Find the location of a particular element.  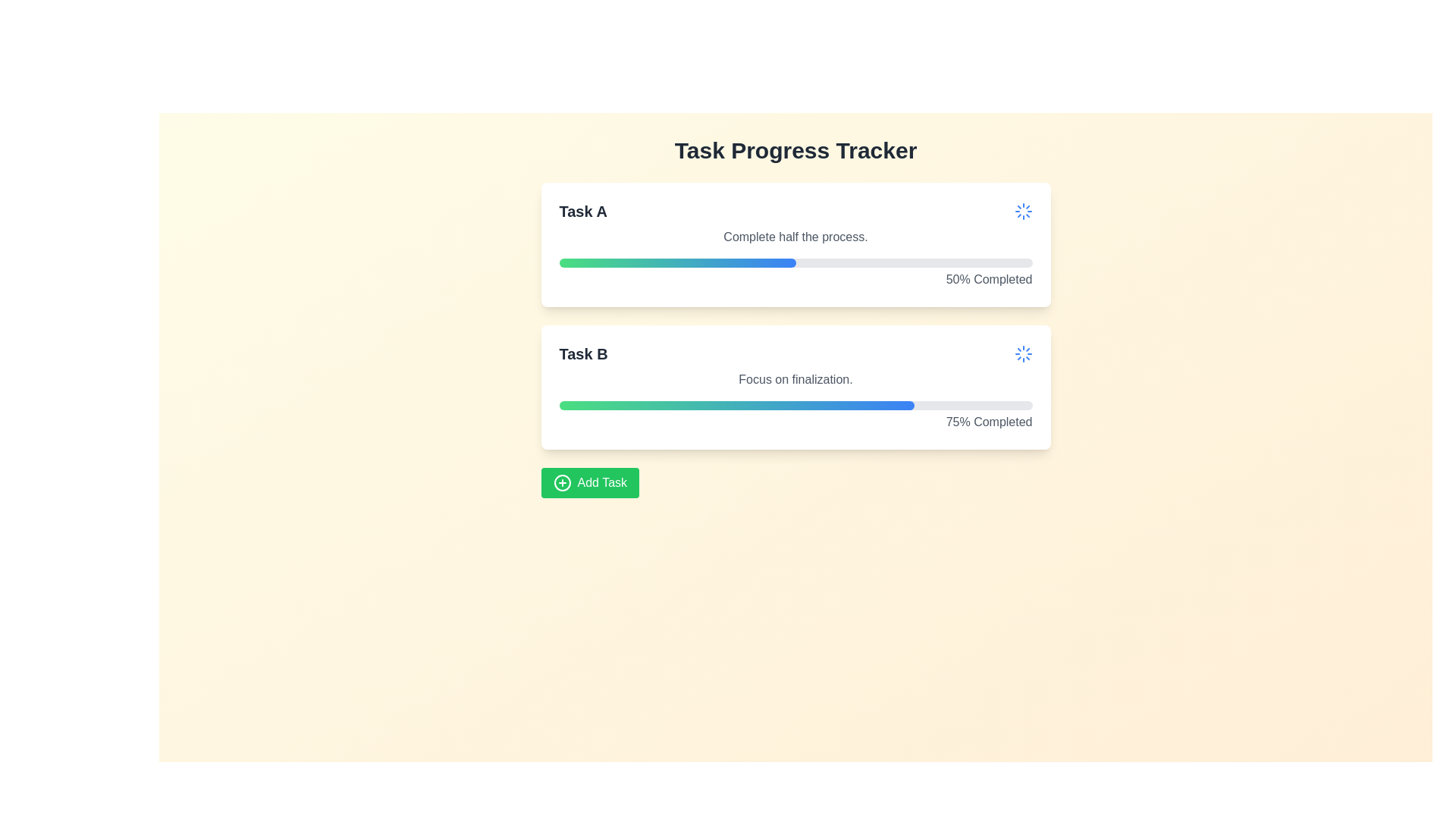

the circular icon with a plus sign, which is centered within the green 'Add Task' button is located at coordinates (561, 482).